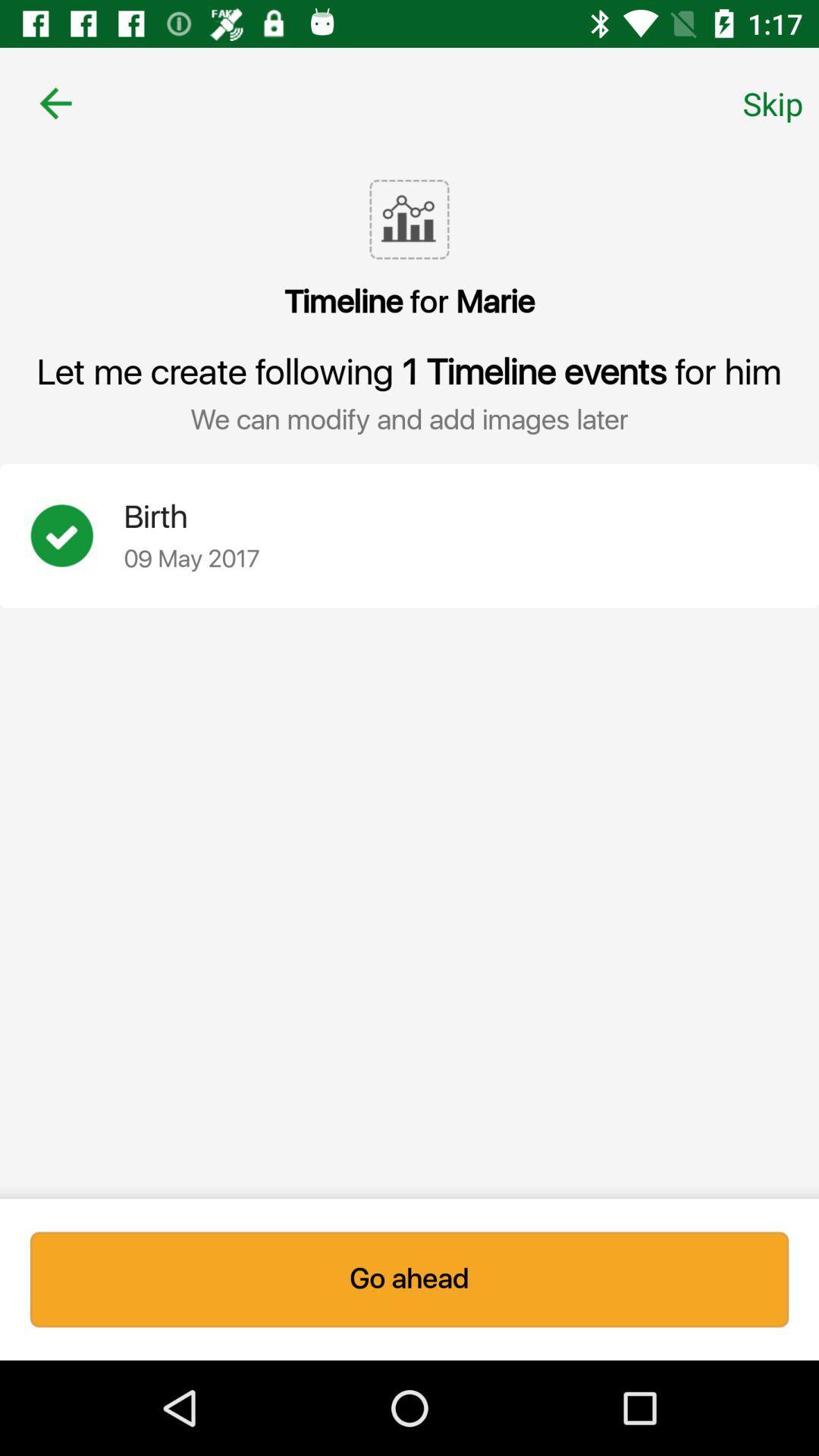 Image resolution: width=819 pixels, height=1456 pixels. I want to click on icon at the top right corner, so click(773, 102).